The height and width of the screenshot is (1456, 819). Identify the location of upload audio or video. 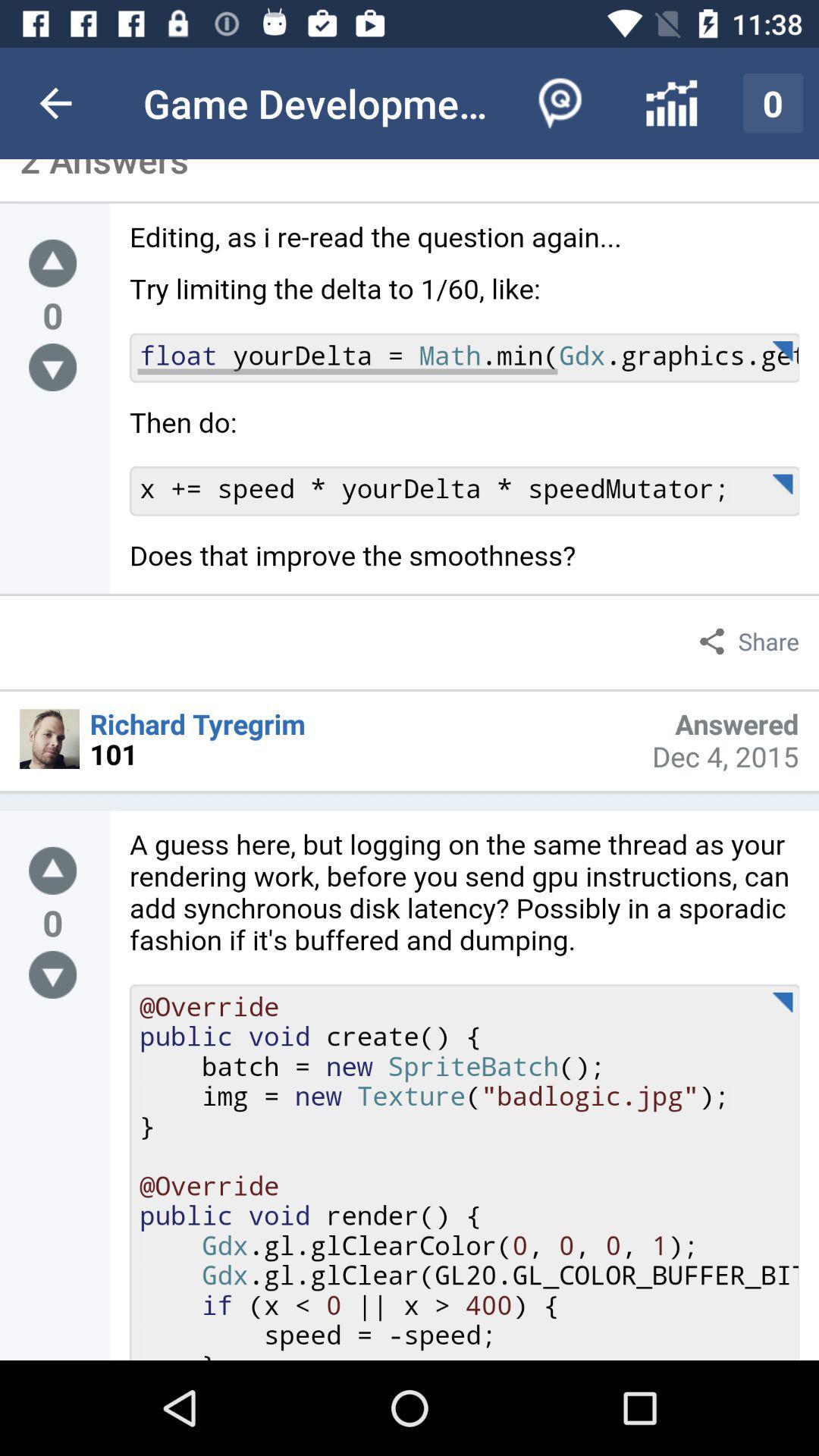
(52, 263).